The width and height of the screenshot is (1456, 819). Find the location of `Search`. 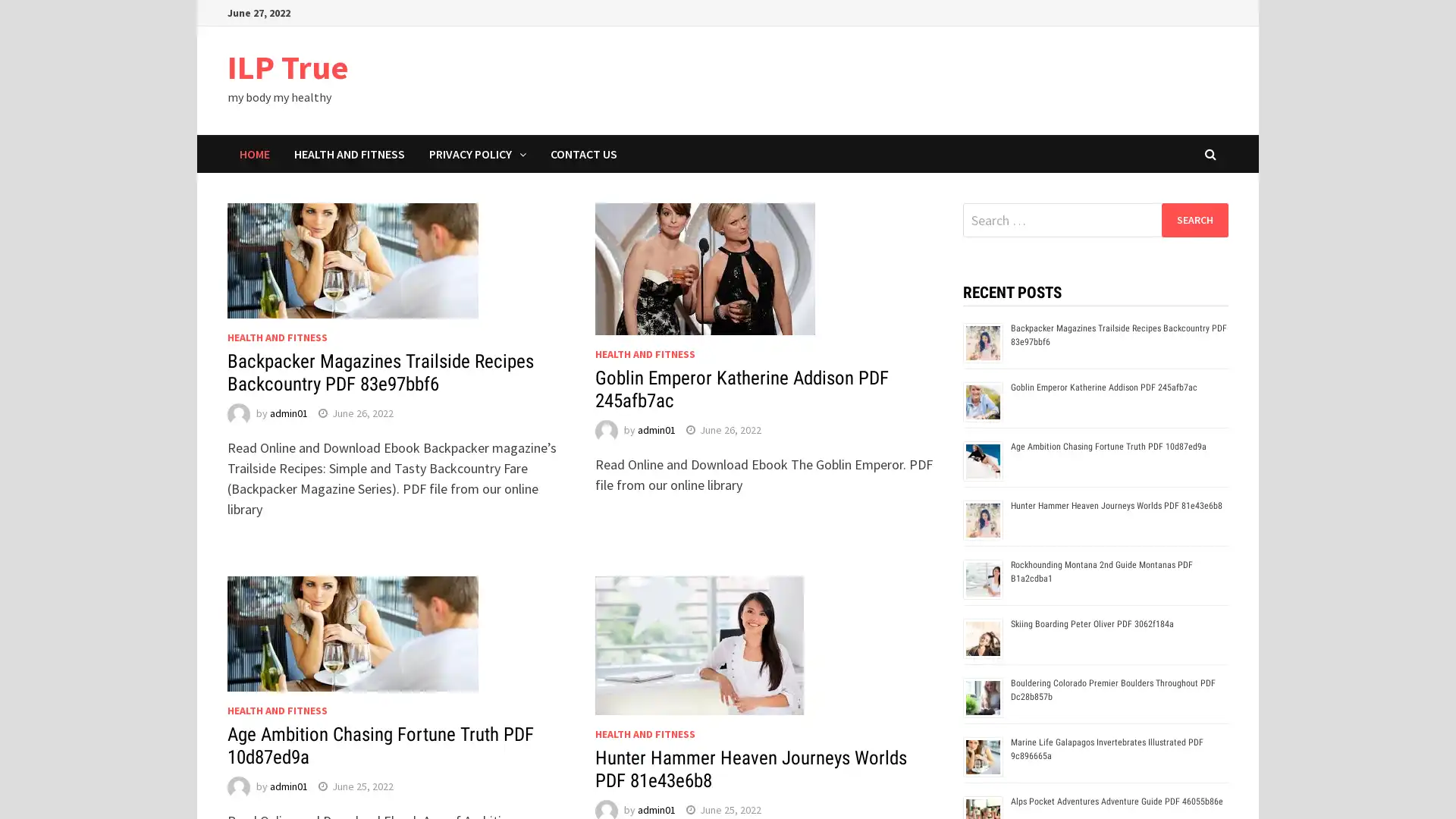

Search is located at coordinates (1194, 219).